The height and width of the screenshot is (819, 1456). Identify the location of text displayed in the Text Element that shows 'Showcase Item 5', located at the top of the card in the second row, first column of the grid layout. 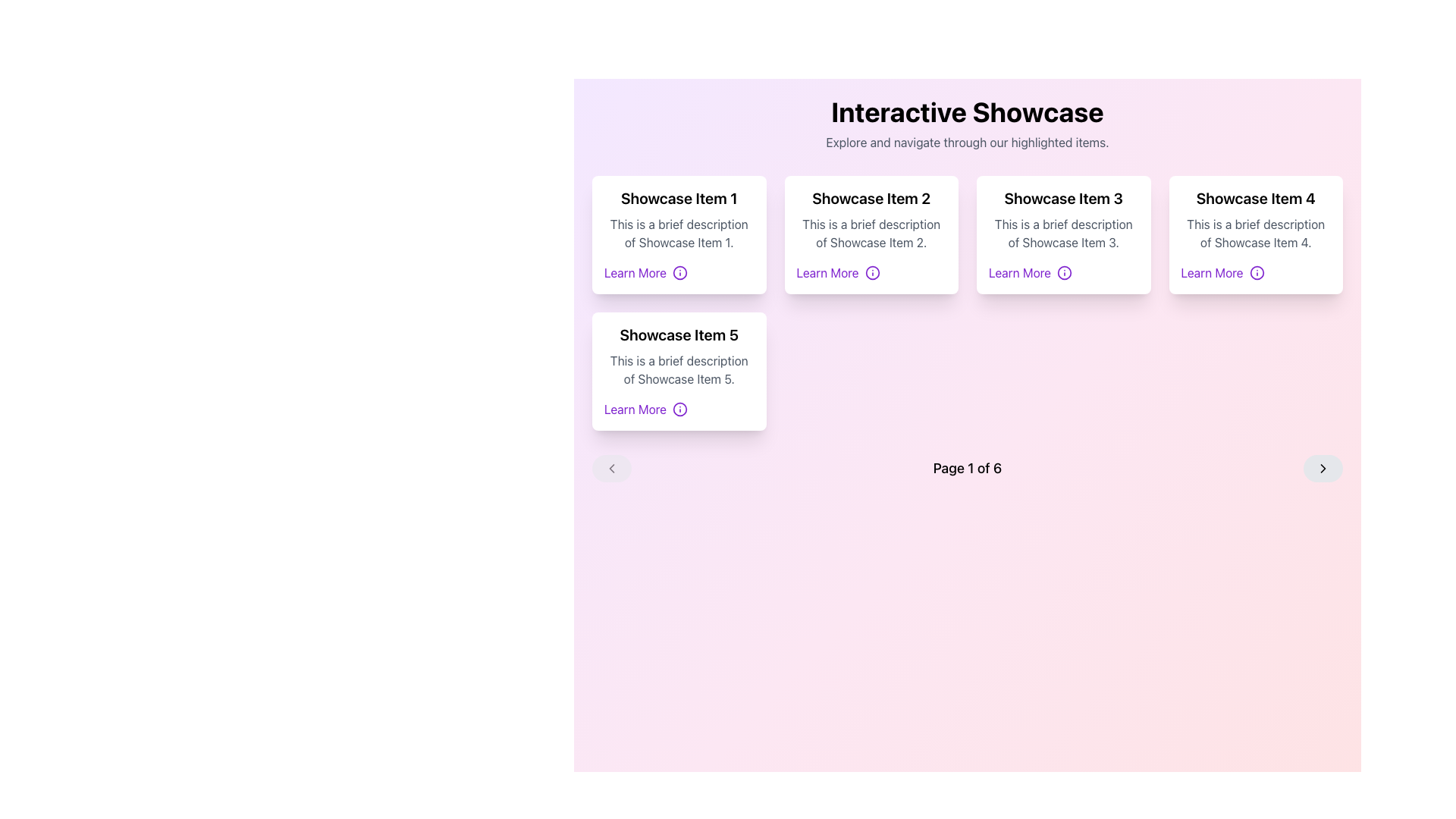
(678, 334).